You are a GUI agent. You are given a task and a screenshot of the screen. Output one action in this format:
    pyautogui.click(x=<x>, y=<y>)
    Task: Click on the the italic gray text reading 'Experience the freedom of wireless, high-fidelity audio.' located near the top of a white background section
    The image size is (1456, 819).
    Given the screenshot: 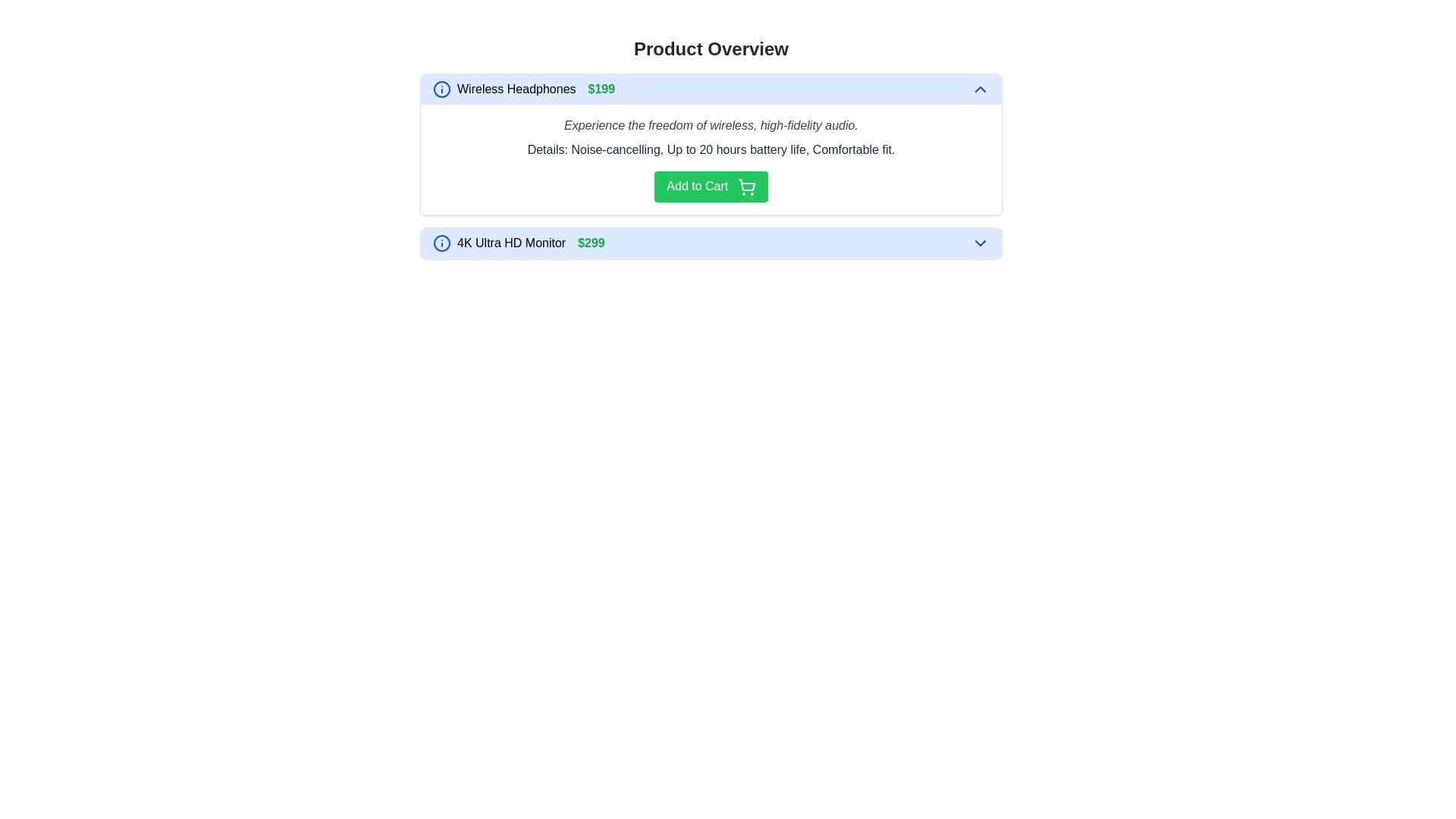 What is the action you would take?
    pyautogui.click(x=710, y=124)
    